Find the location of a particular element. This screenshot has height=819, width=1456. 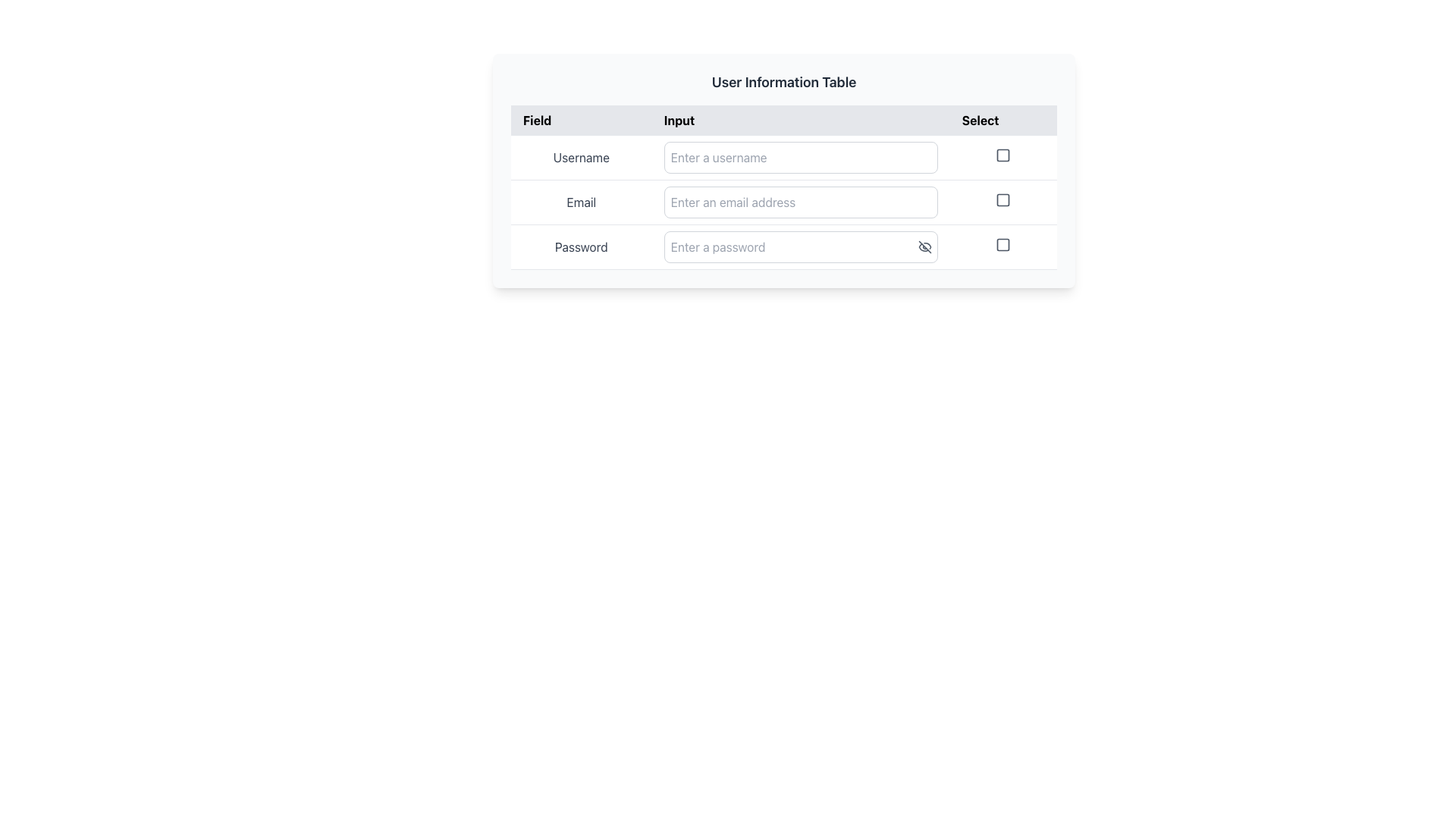

the selection toggle button in the first row of the 'User Information Table' is located at coordinates (1003, 155).